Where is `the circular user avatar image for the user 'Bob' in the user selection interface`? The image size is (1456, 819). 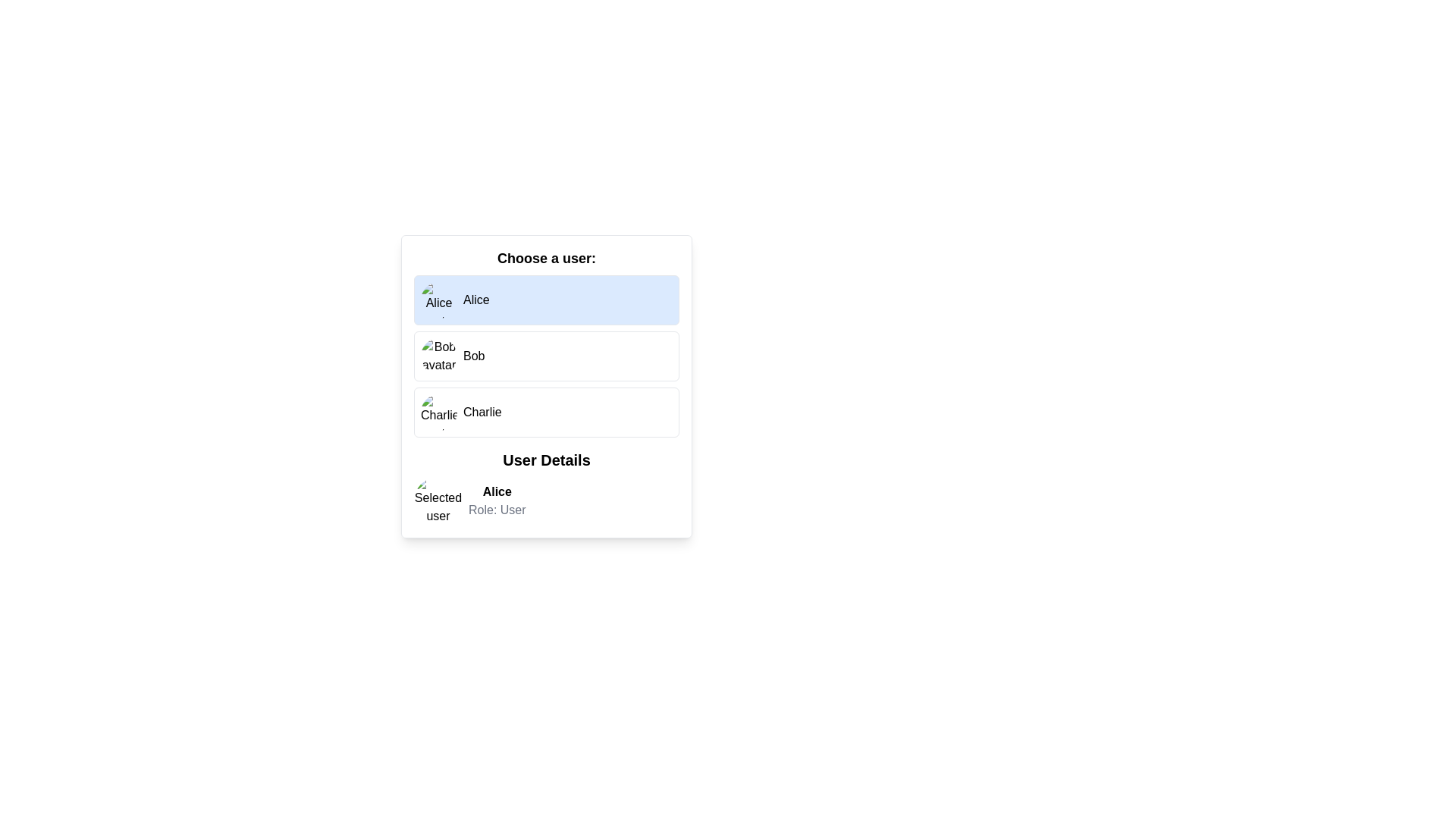
the circular user avatar image for the user 'Bob' in the user selection interface is located at coordinates (438, 356).